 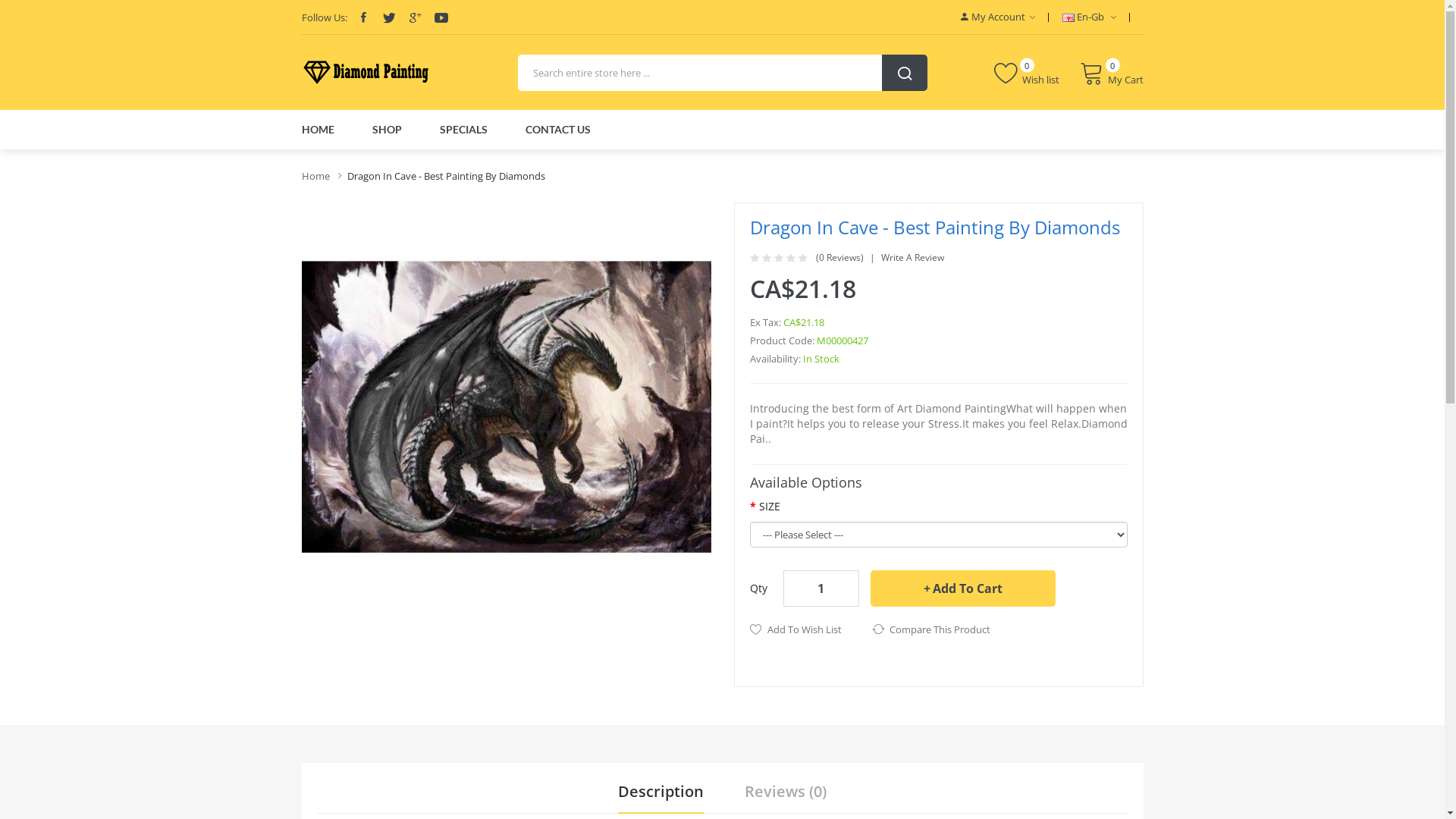 What do you see at coordinates (463, 128) in the screenshot?
I see `'SPECIALS'` at bounding box center [463, 128].